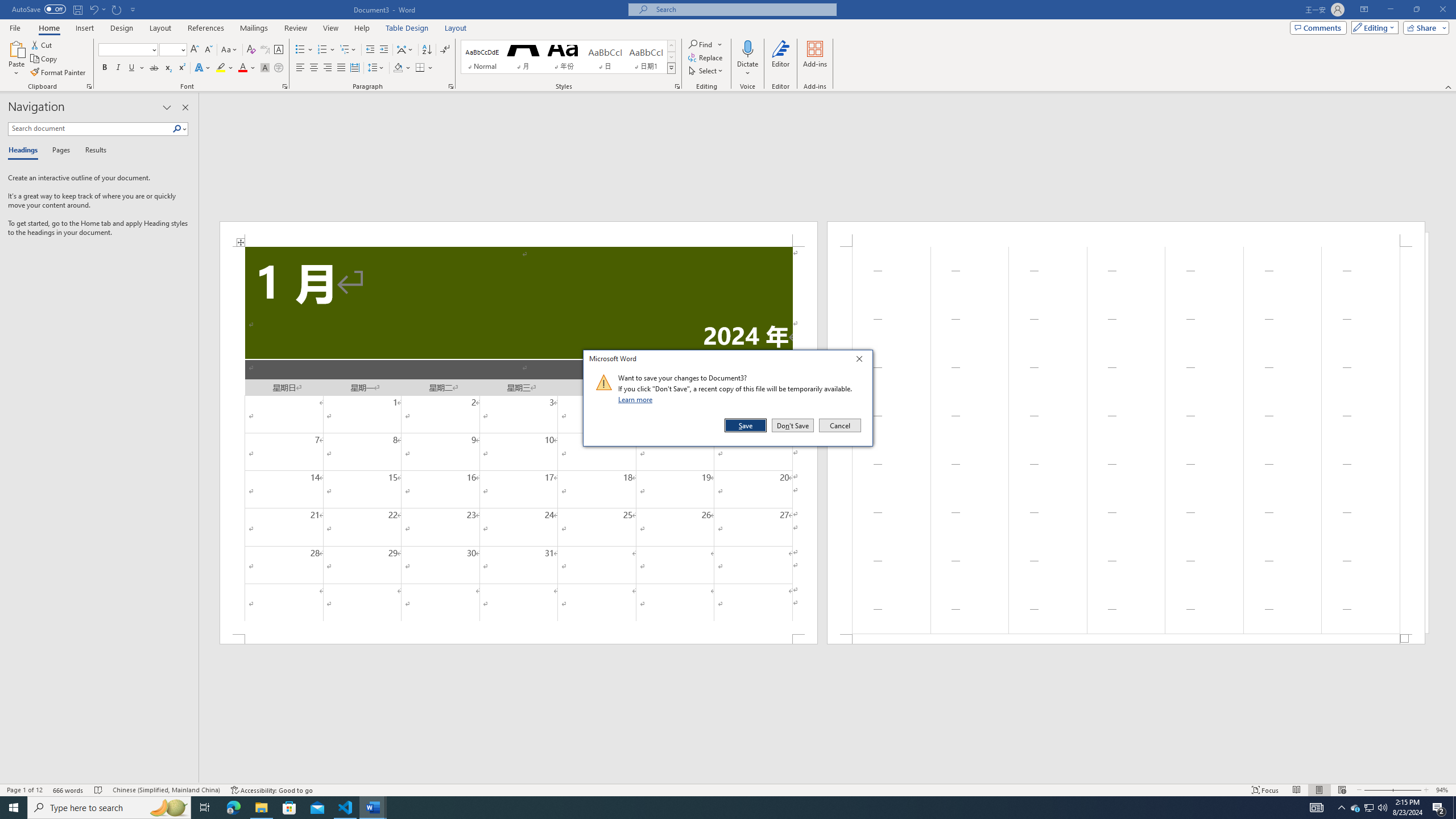 The height and width of the screenshot is (819, 1456). Describe the element at coordinates (264, 49) in the screenshot. I see `'Phonetic Guide...'` at that location.